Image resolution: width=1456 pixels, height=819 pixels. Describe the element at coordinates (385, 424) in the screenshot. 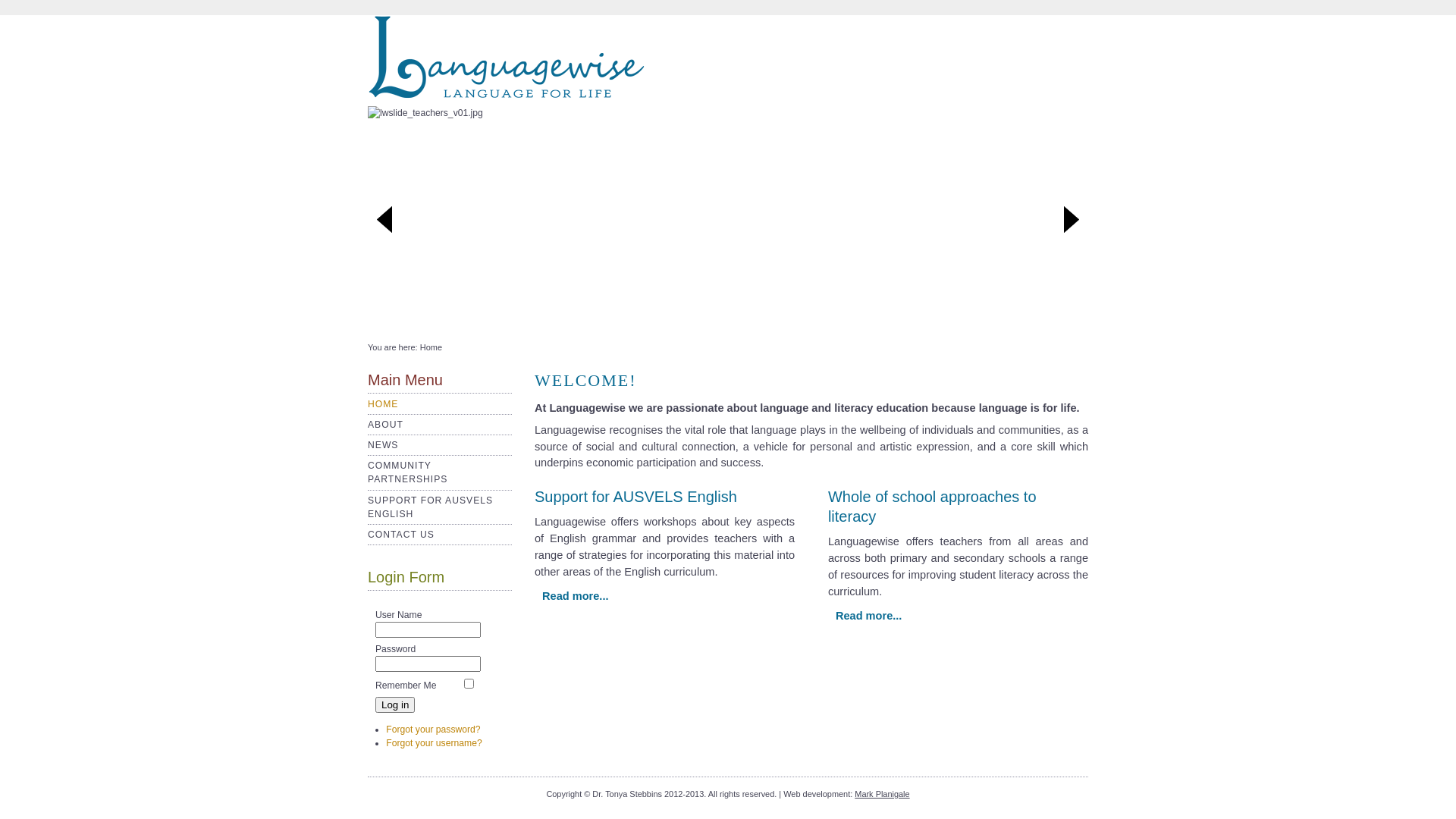

I see `'ABOUT'` at that location.